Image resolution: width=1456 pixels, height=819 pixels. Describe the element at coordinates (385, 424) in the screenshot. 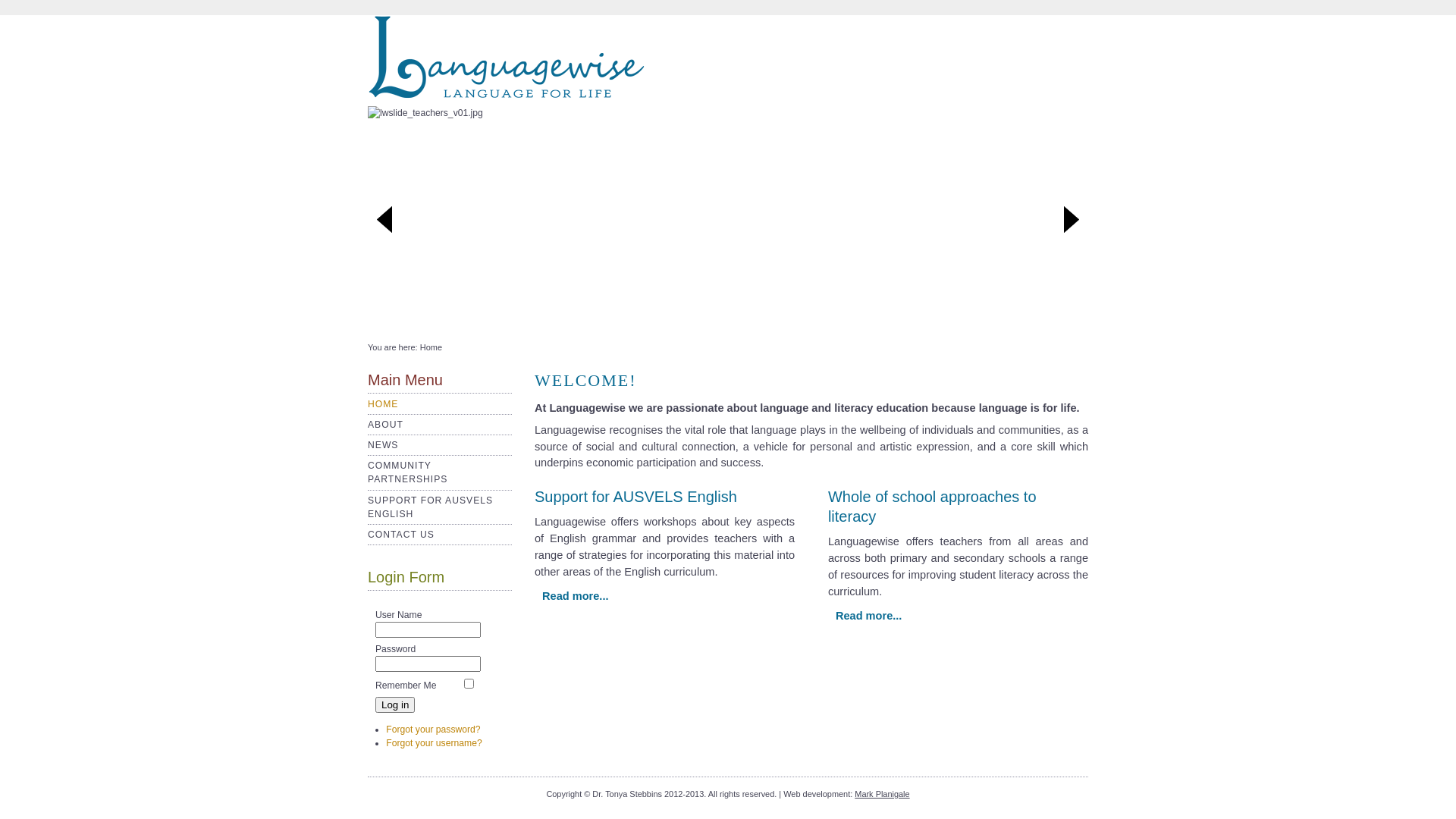

I see `'ABOUT'` at that location.